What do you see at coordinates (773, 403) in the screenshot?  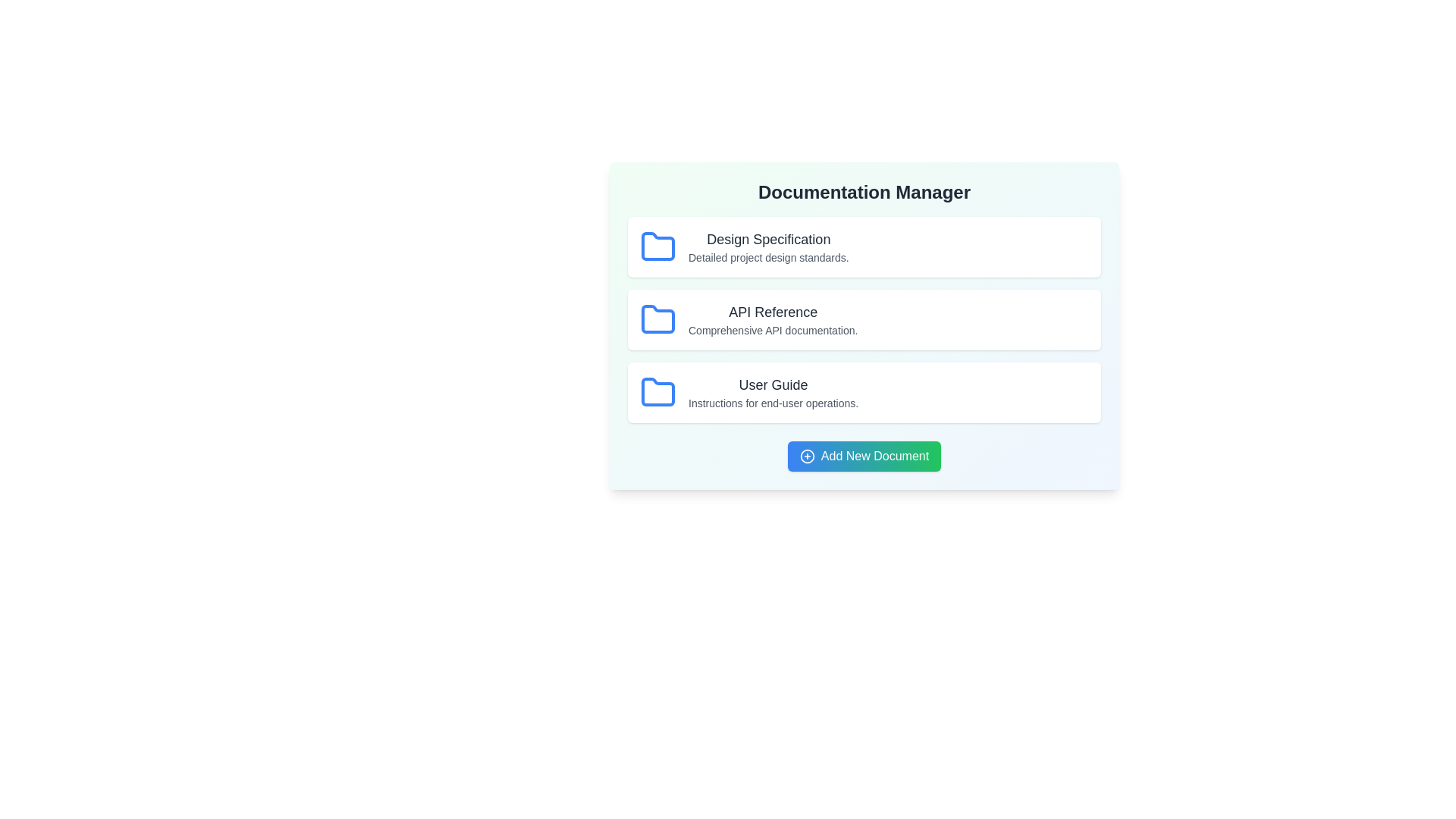 I see `the description of the document titled User Guide` at bounding box center [773, 403].